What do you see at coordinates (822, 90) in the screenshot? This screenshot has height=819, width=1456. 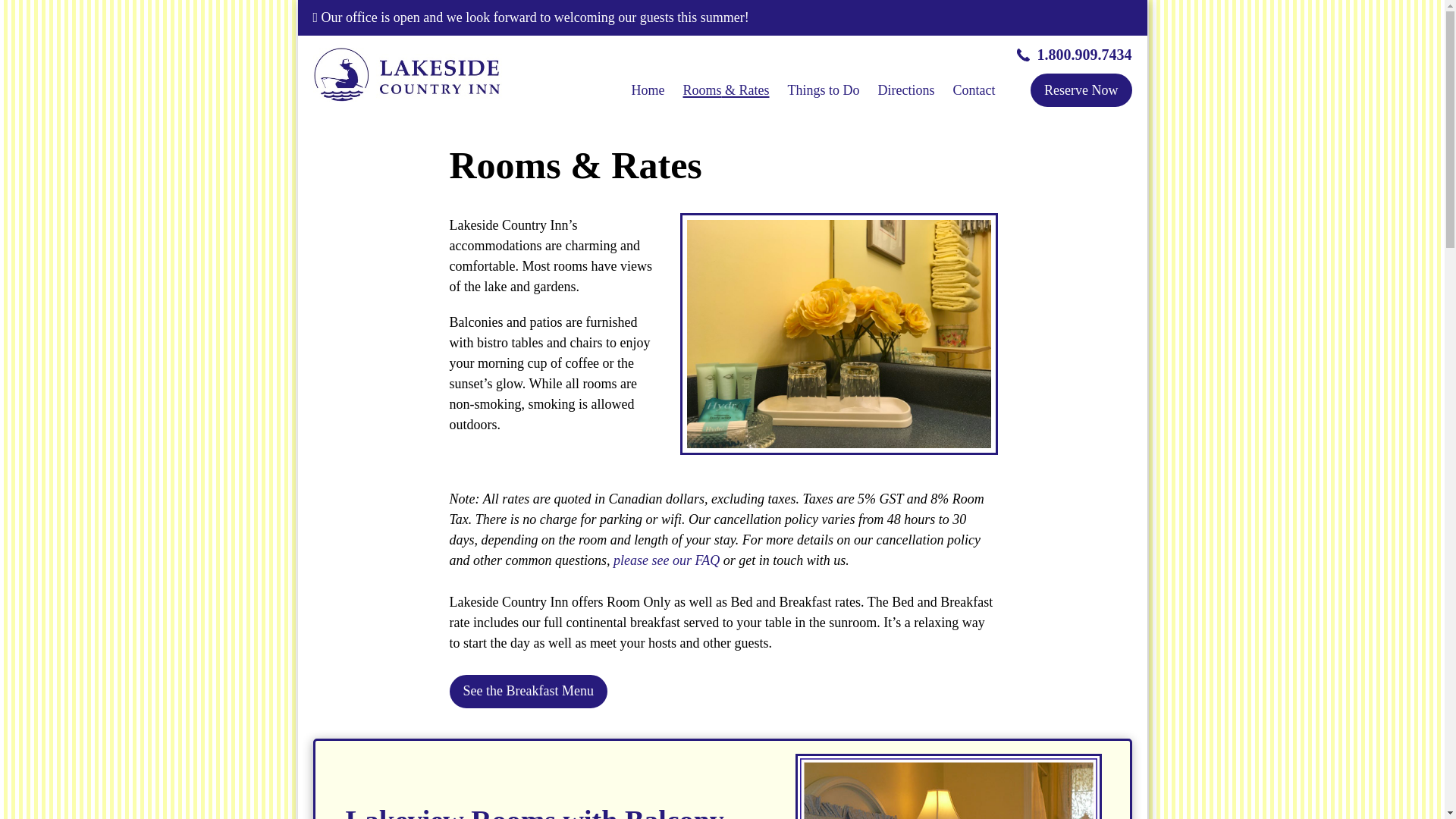 I see `'Things to Do'` at bounding box center [822, 90].